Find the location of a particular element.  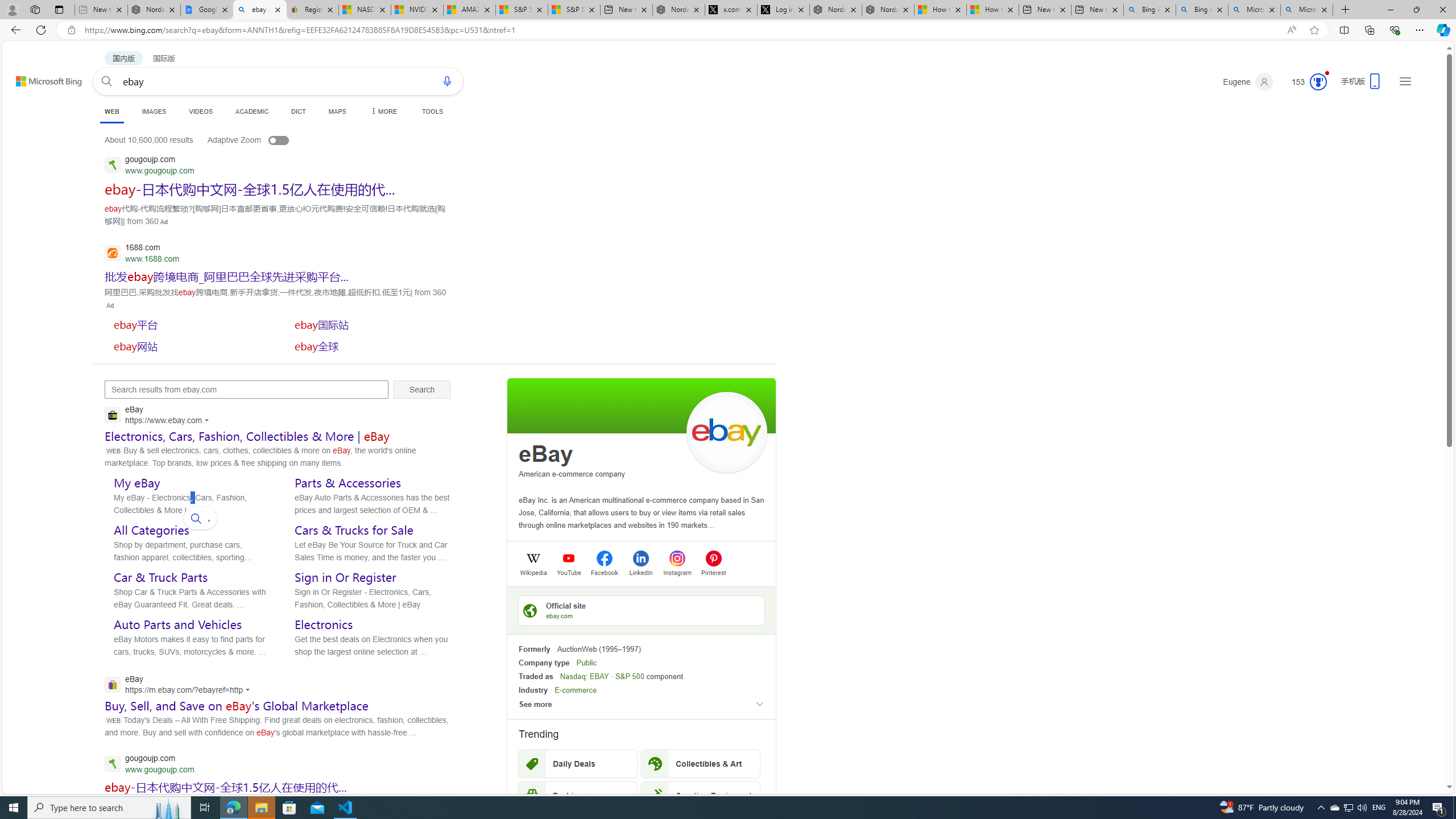

'Traded as' is located at coordinates (535, 676).